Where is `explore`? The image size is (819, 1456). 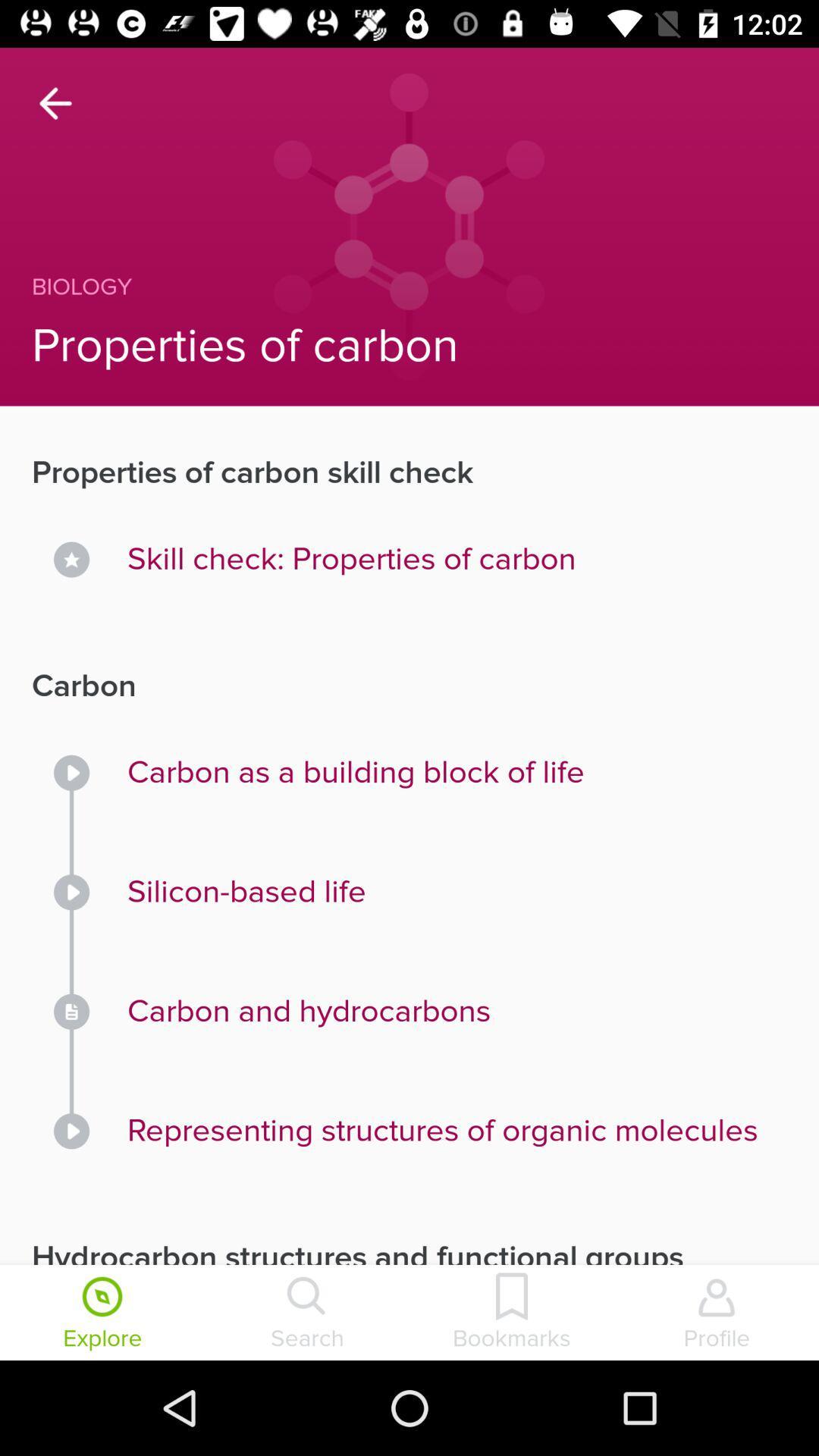 explore is located at coordinates (102, 1313).